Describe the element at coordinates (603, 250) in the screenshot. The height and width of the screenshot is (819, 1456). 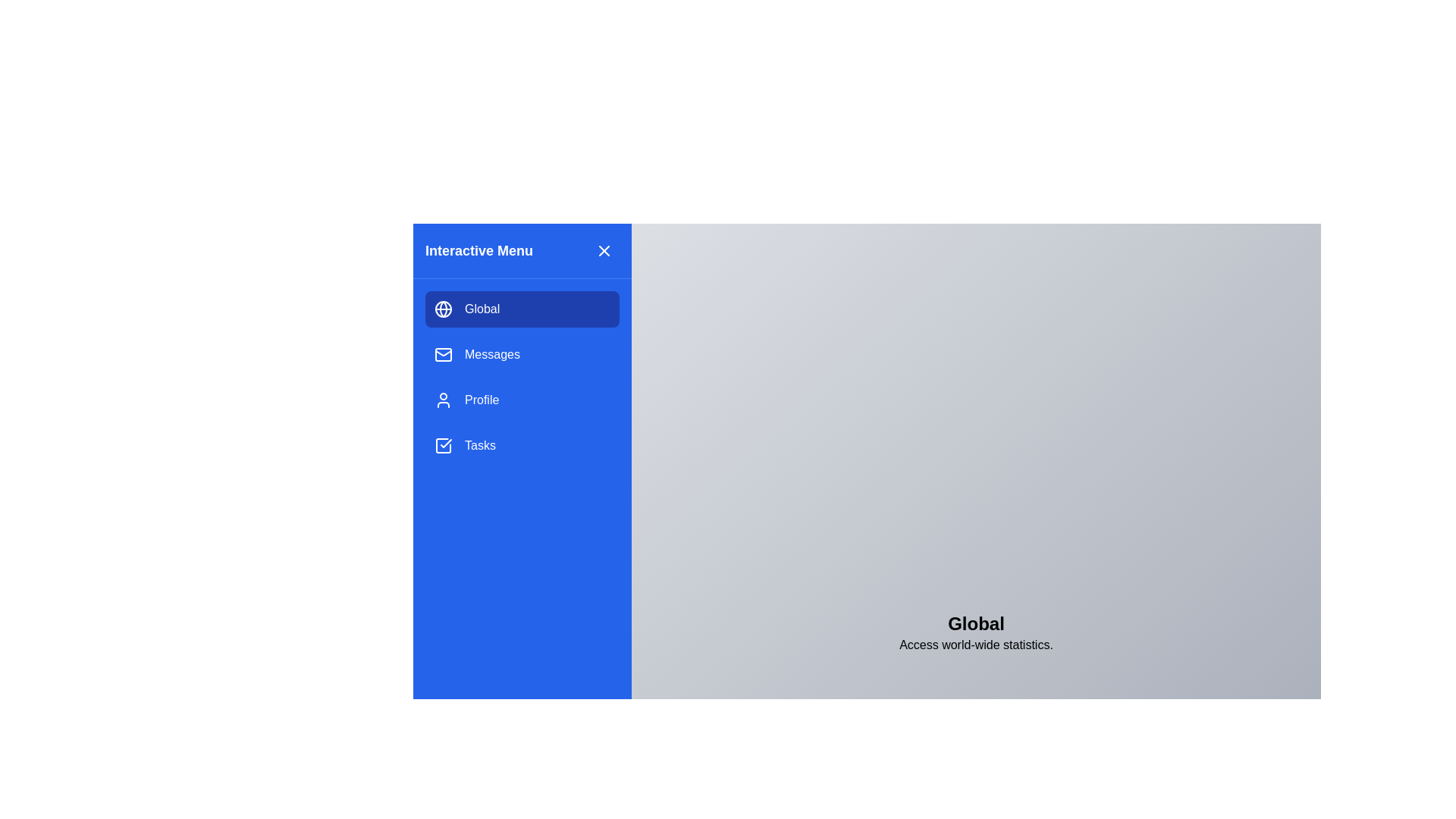
I see `the circular button with a cross icon on a blue background located at the upper-right side of the 'Interactive Menu' panel` at that location.